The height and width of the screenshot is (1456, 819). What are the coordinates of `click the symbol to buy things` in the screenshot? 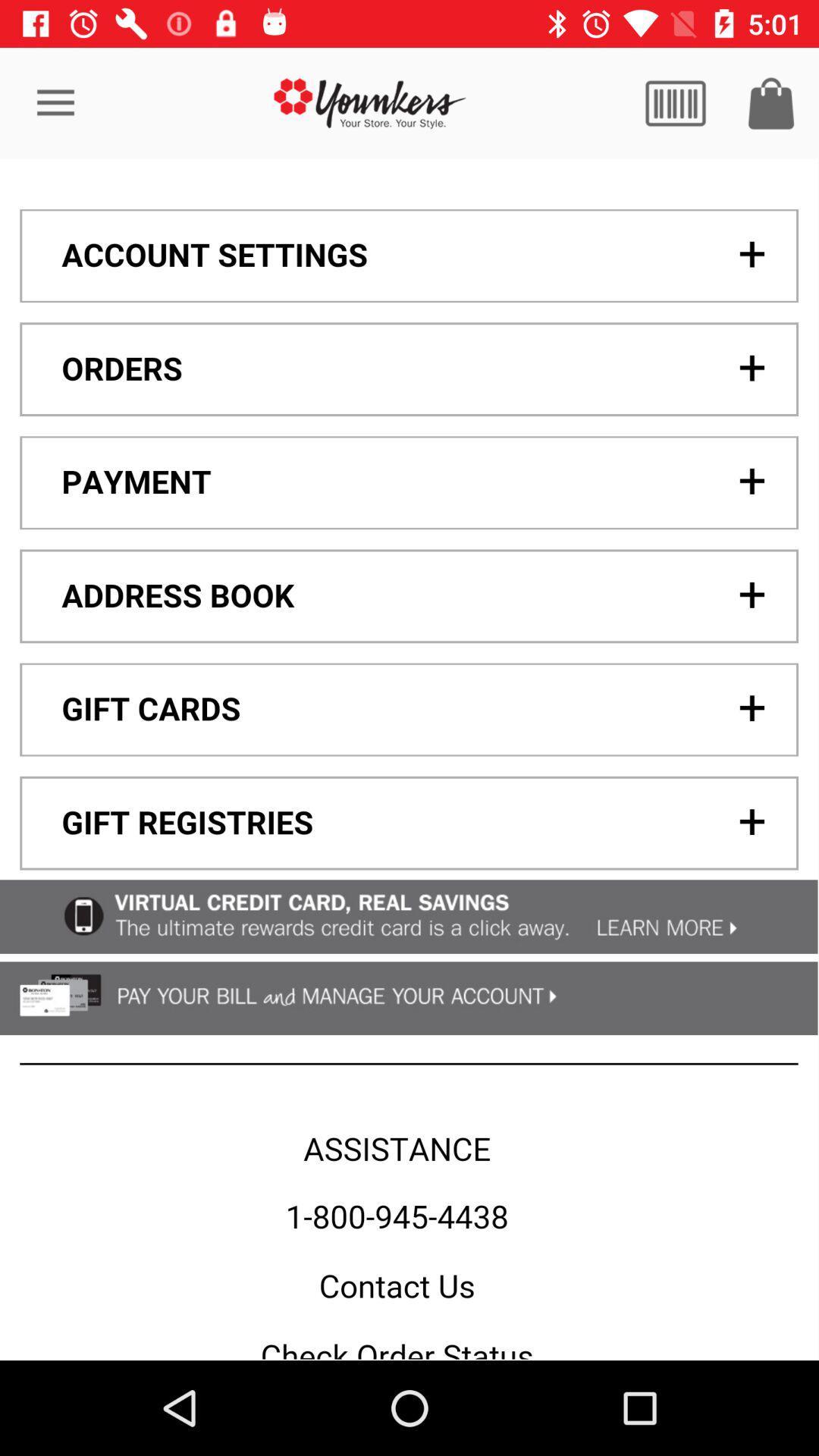 It's located at (771, 102).